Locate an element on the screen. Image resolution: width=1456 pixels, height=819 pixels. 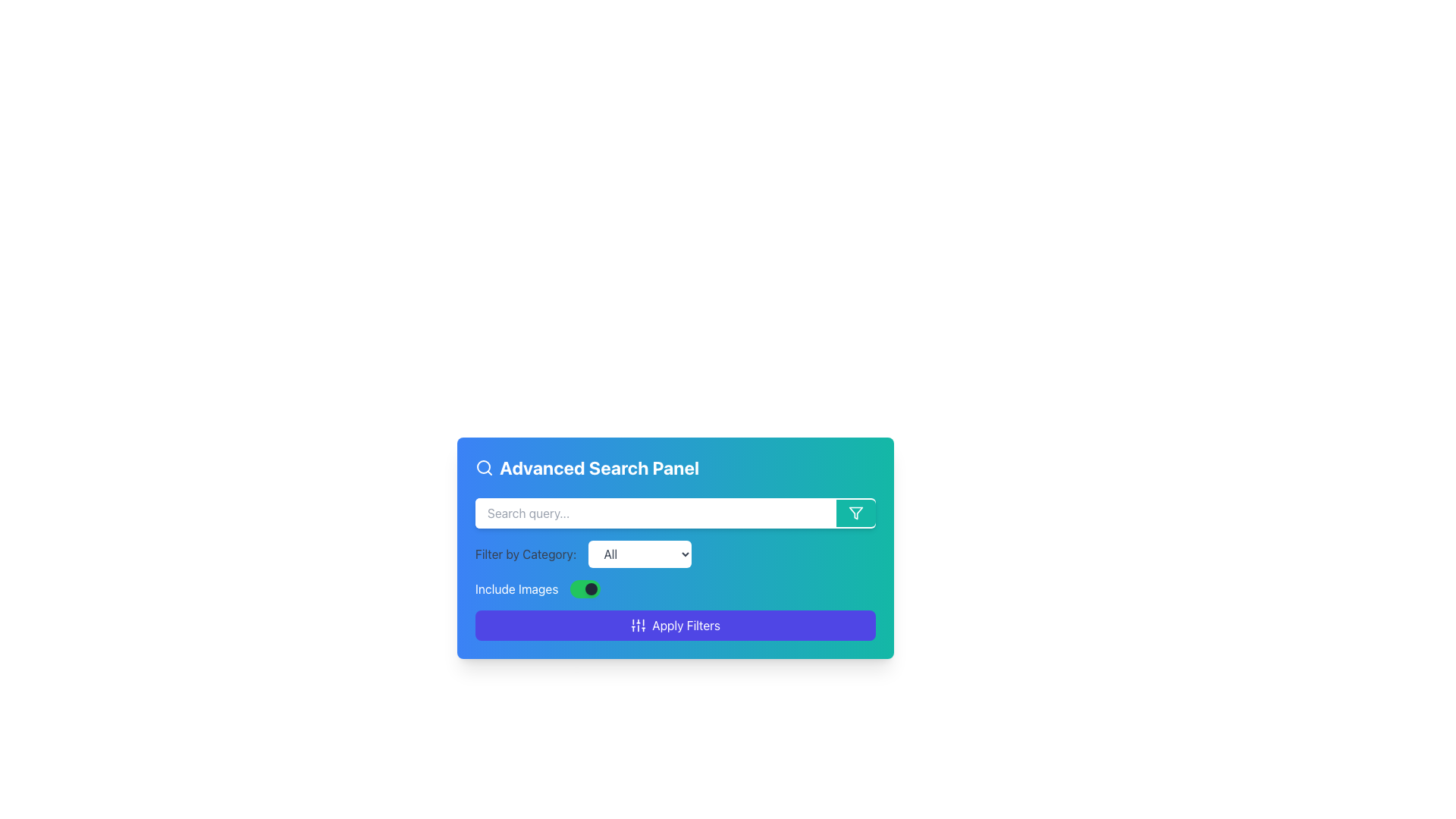
the text label displaying 'Filter by Category:' which is aligned with the dropdown menu labeled 'All' is located at coordinates (526, 554).